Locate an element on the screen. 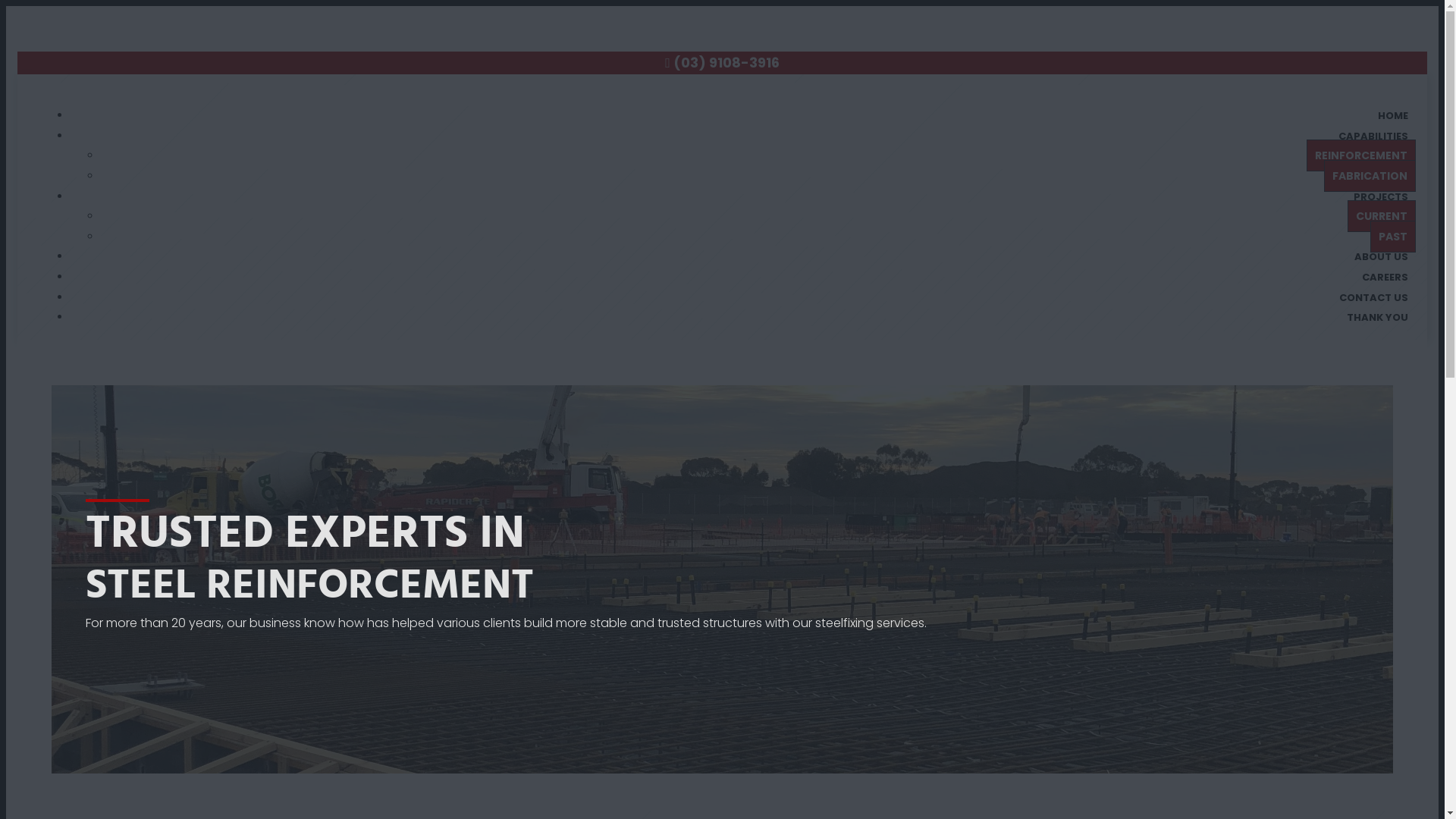  'CAREERS' is located at coordinates (1385, 277).